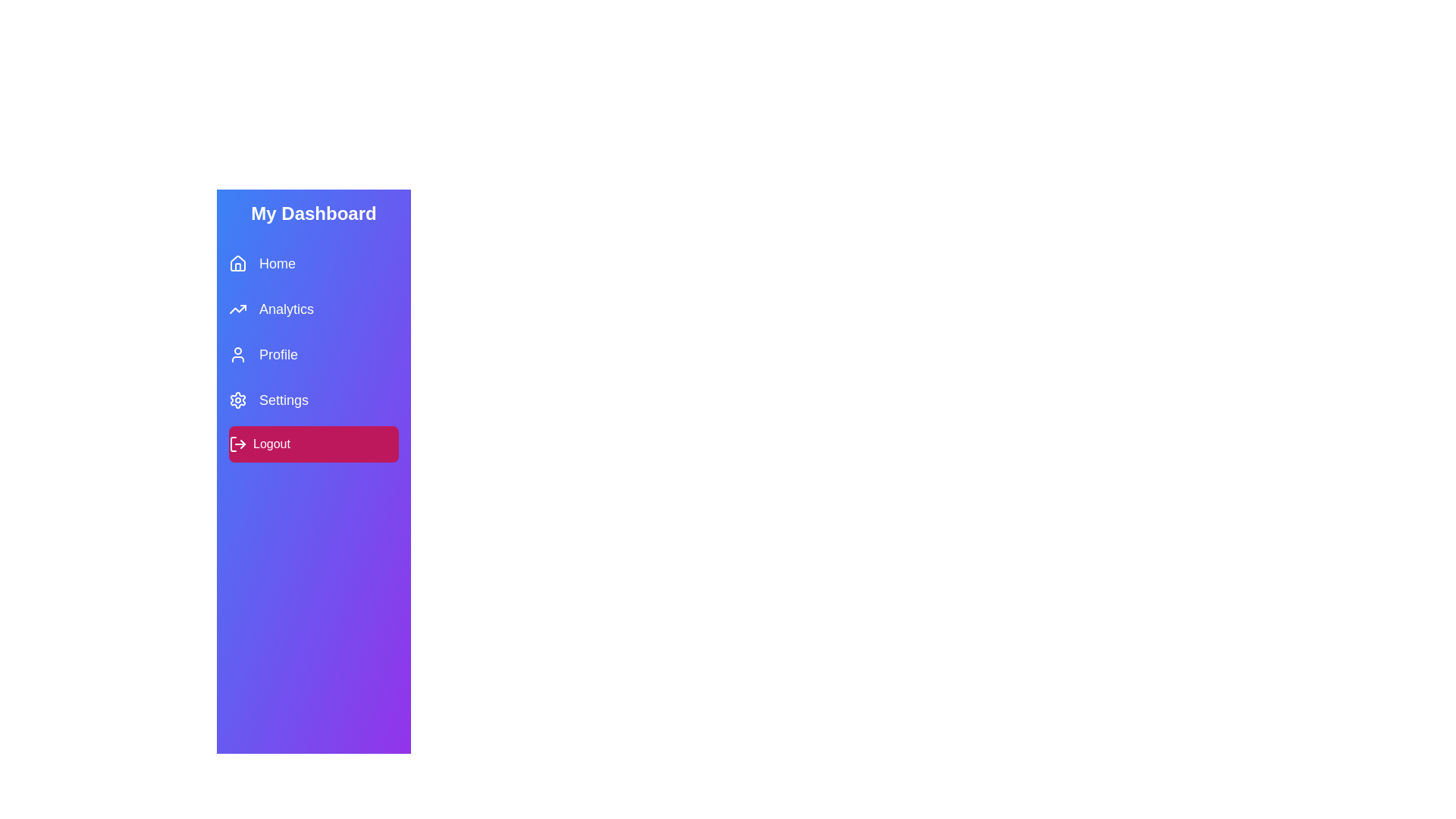 This screenshot has width=1456, height=819. What do you see at coordinates (284, 400) in the screenshot?
I see `the text label UI element that identifies the 'Settings' menu option located in the vertical navigation bar, which is the fourth item in the menu` at bounding box center [284, 400].